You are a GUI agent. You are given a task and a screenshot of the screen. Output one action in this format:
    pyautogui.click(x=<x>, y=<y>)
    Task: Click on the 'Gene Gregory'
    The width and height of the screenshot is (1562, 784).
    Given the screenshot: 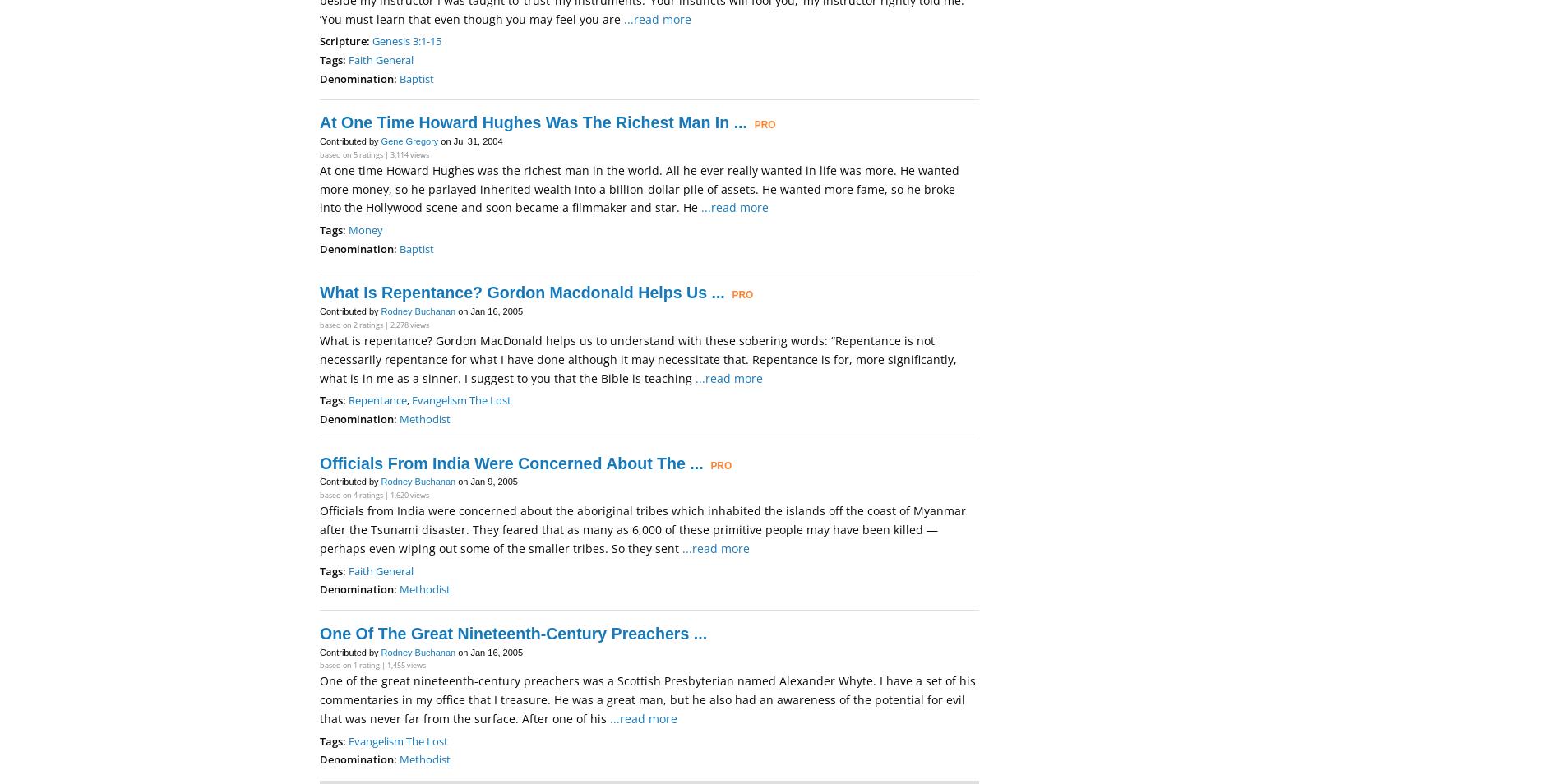 What is the action you would take?
    pyautogui.click(x=409, y=141)
    